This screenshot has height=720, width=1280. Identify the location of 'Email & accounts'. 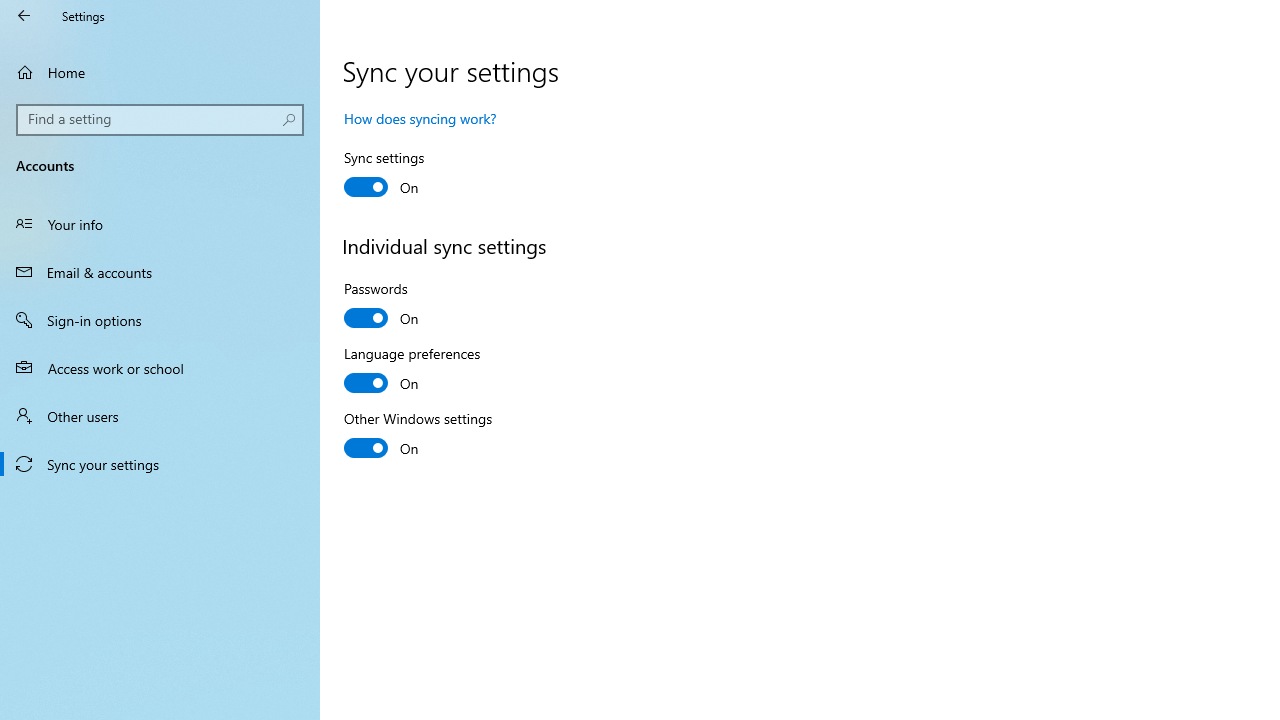
(160, 271).